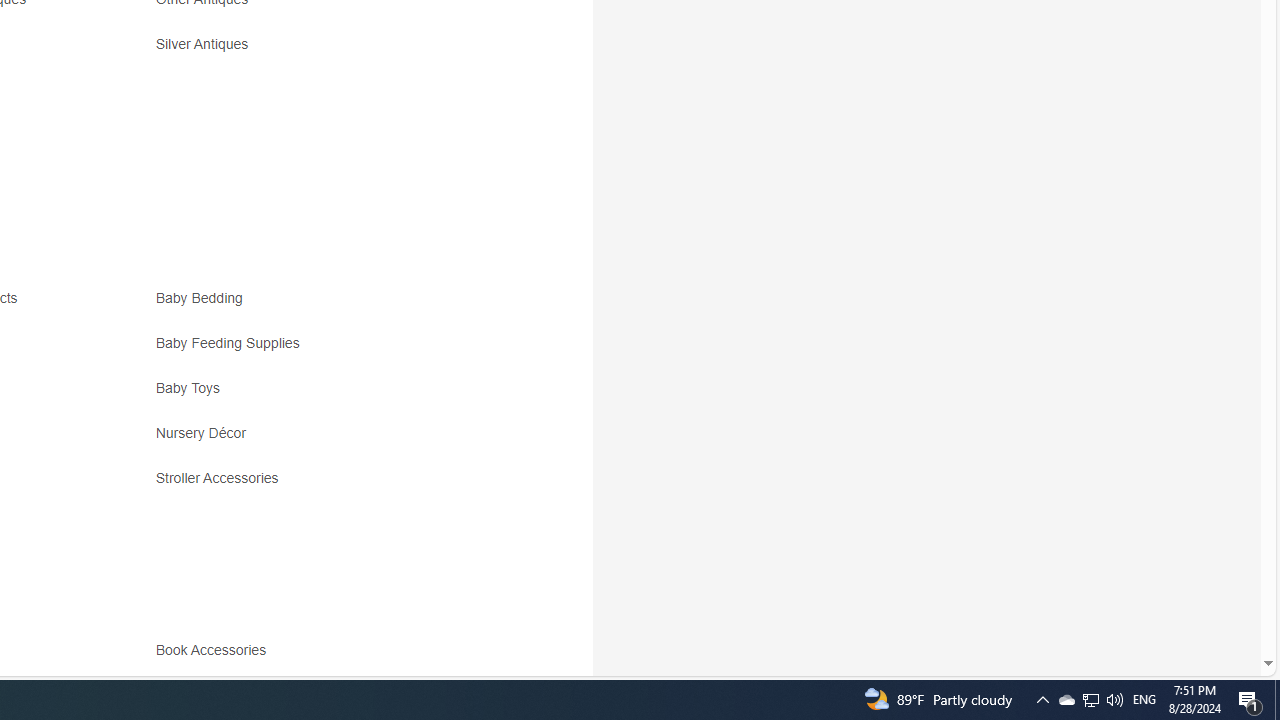 The image size is (1280, 720). What do you see at coordinates (332, 395) in the screenshot?
I see `'Baby Toys'` at bounding box center [332, 395].